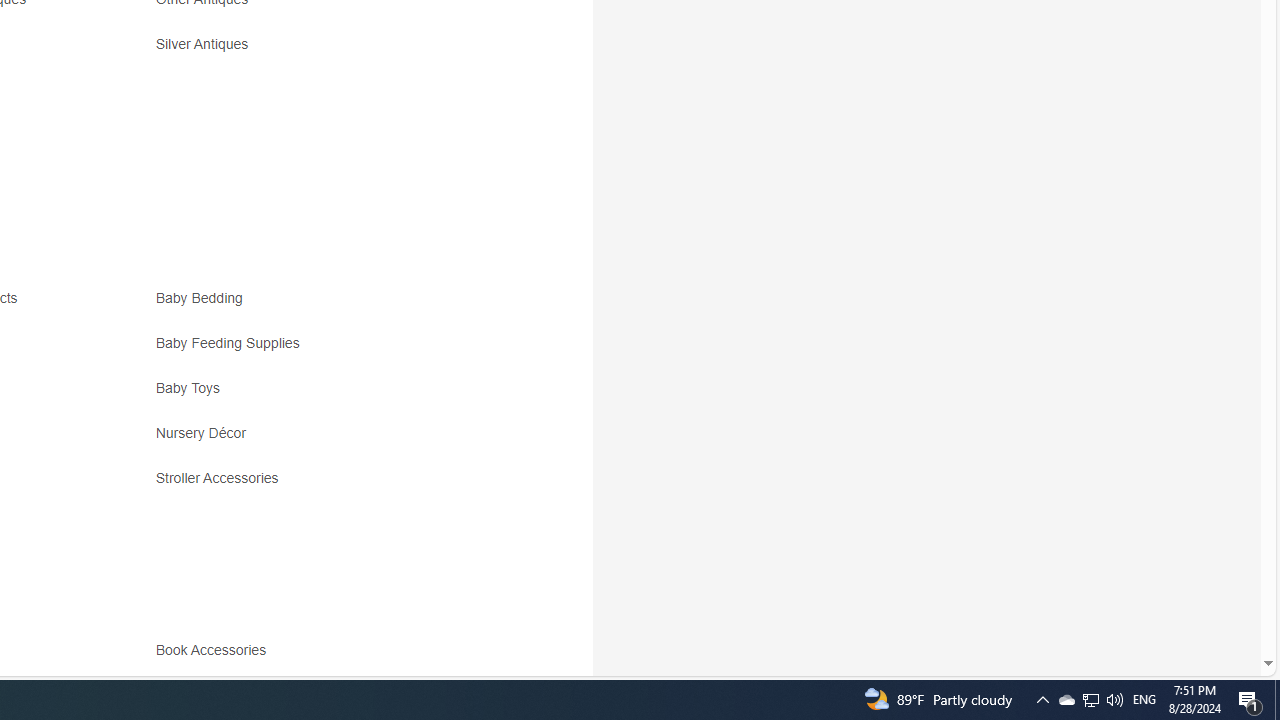 The image size is (1280, 720). What do you see at coordinates (332, 395) in the screenshot?
I see `'Baby Toys'` at bounding box center [332, 395].